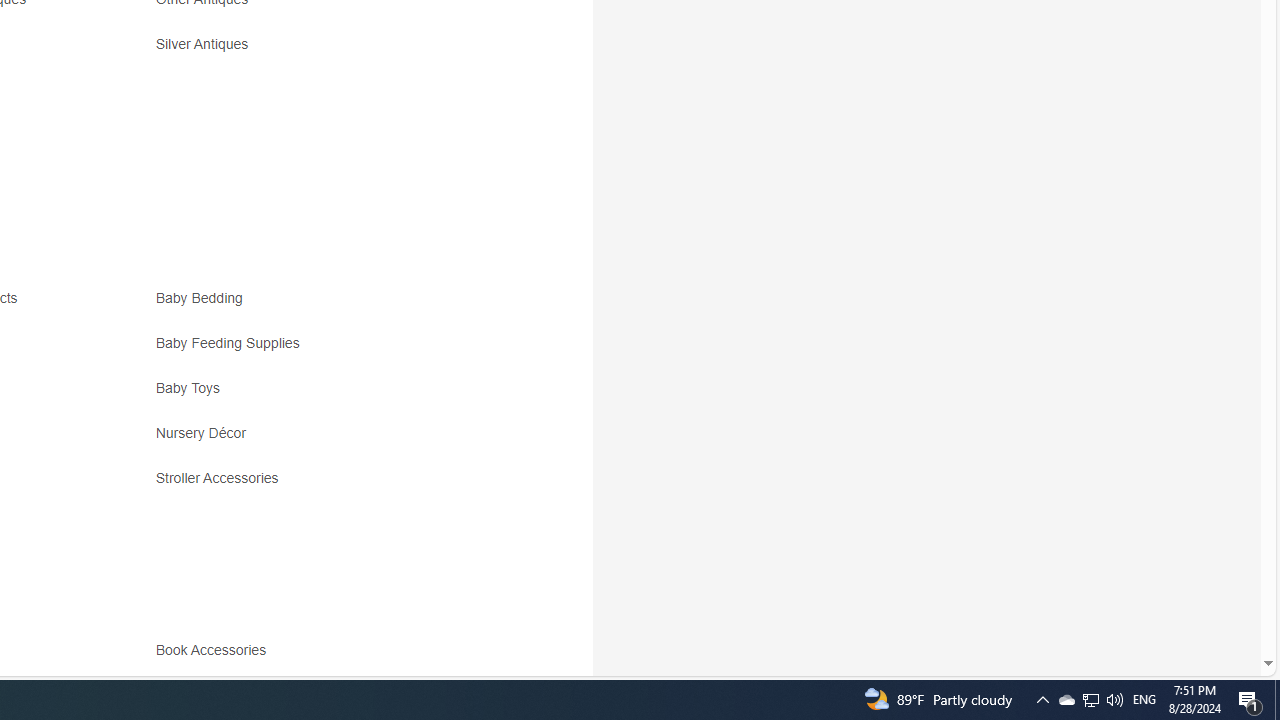 The image size is (1280, 720). What do you see at coordinates (332, 395) in the screenshot?
I see `'Baby Toys'` at bounding box center [332, 395].